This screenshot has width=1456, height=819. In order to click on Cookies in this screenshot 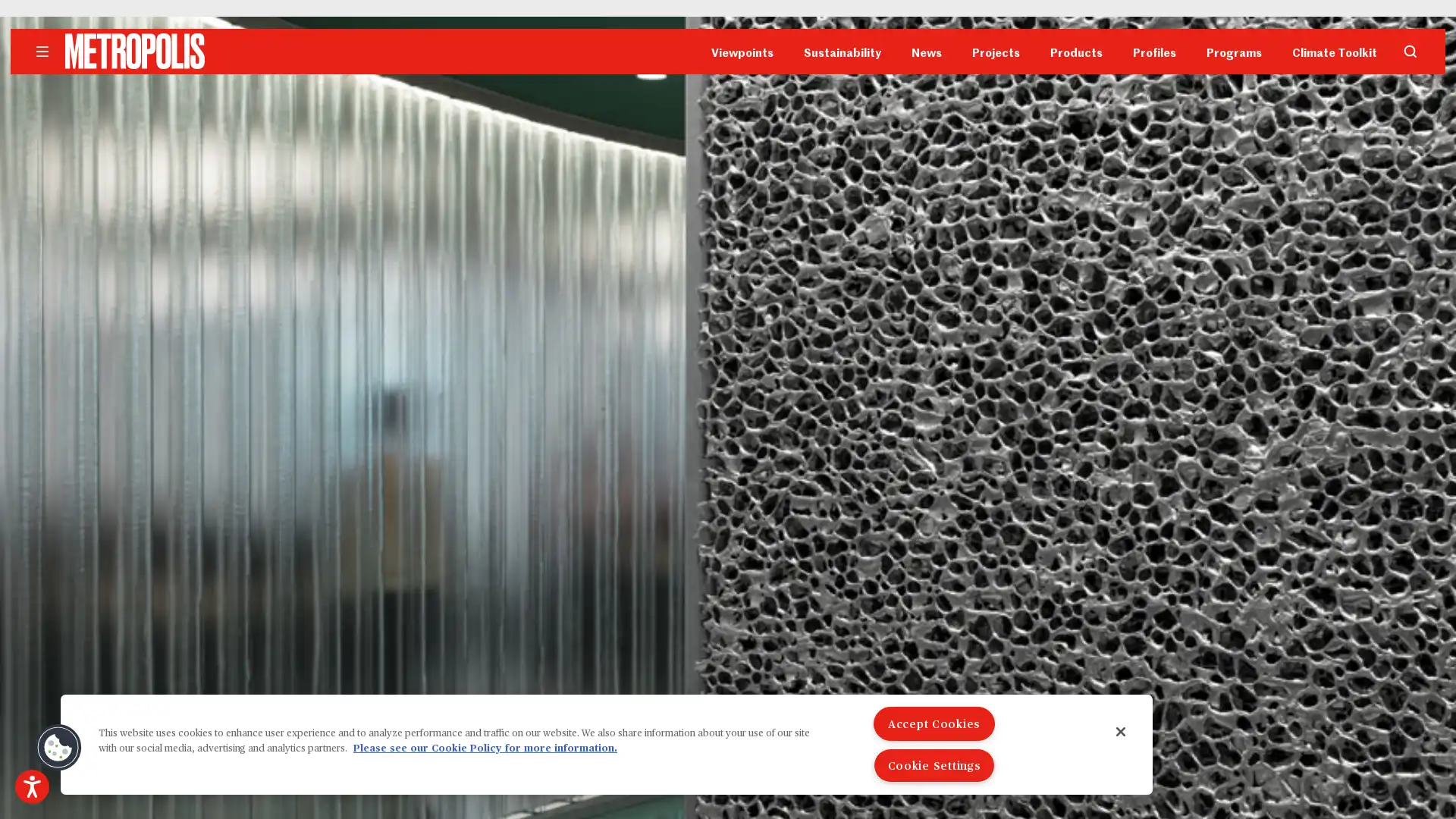, I will do `click(58, 747)`.